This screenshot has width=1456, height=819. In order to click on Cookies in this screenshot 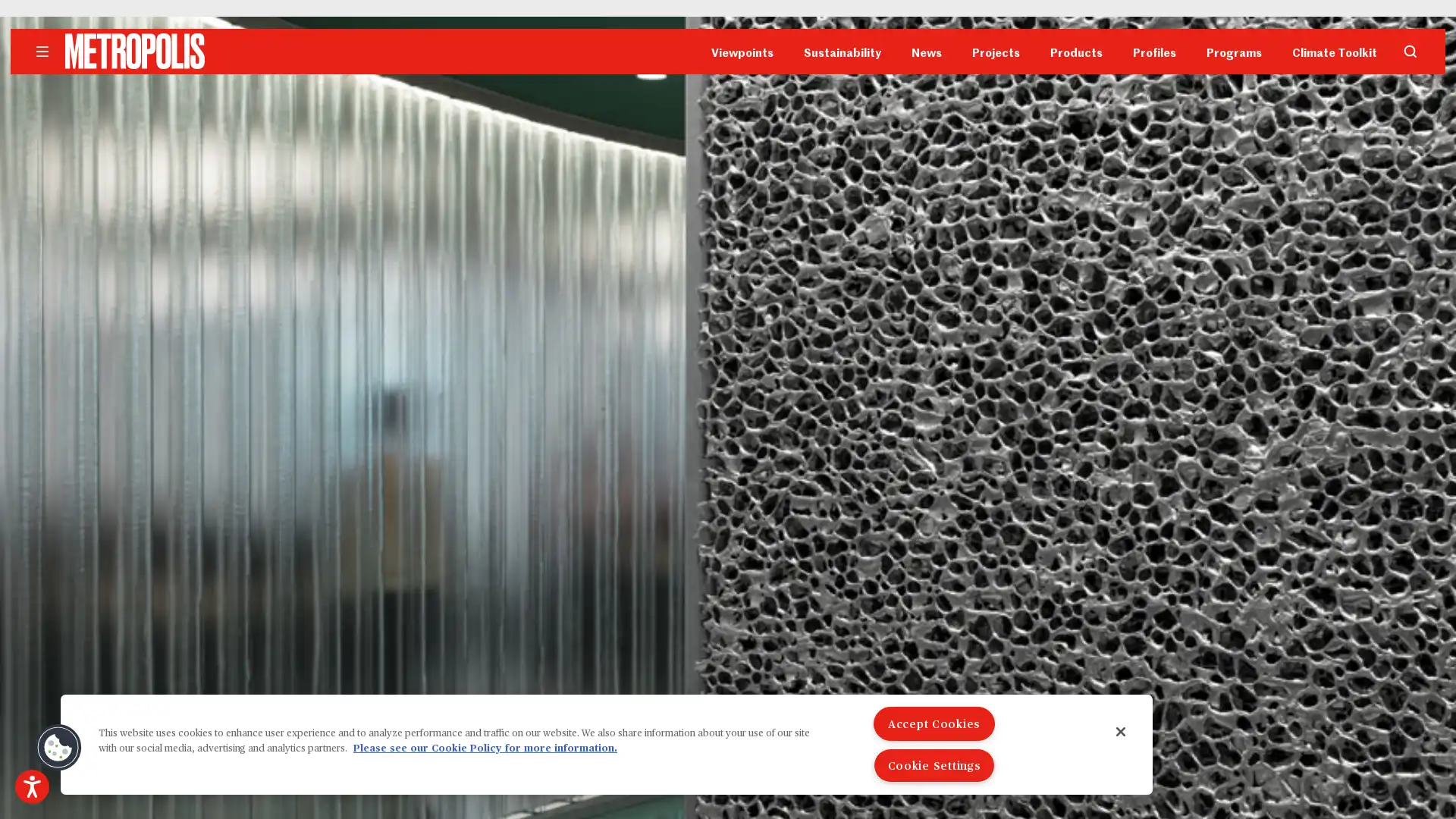, I will do `click(58, 747)`.